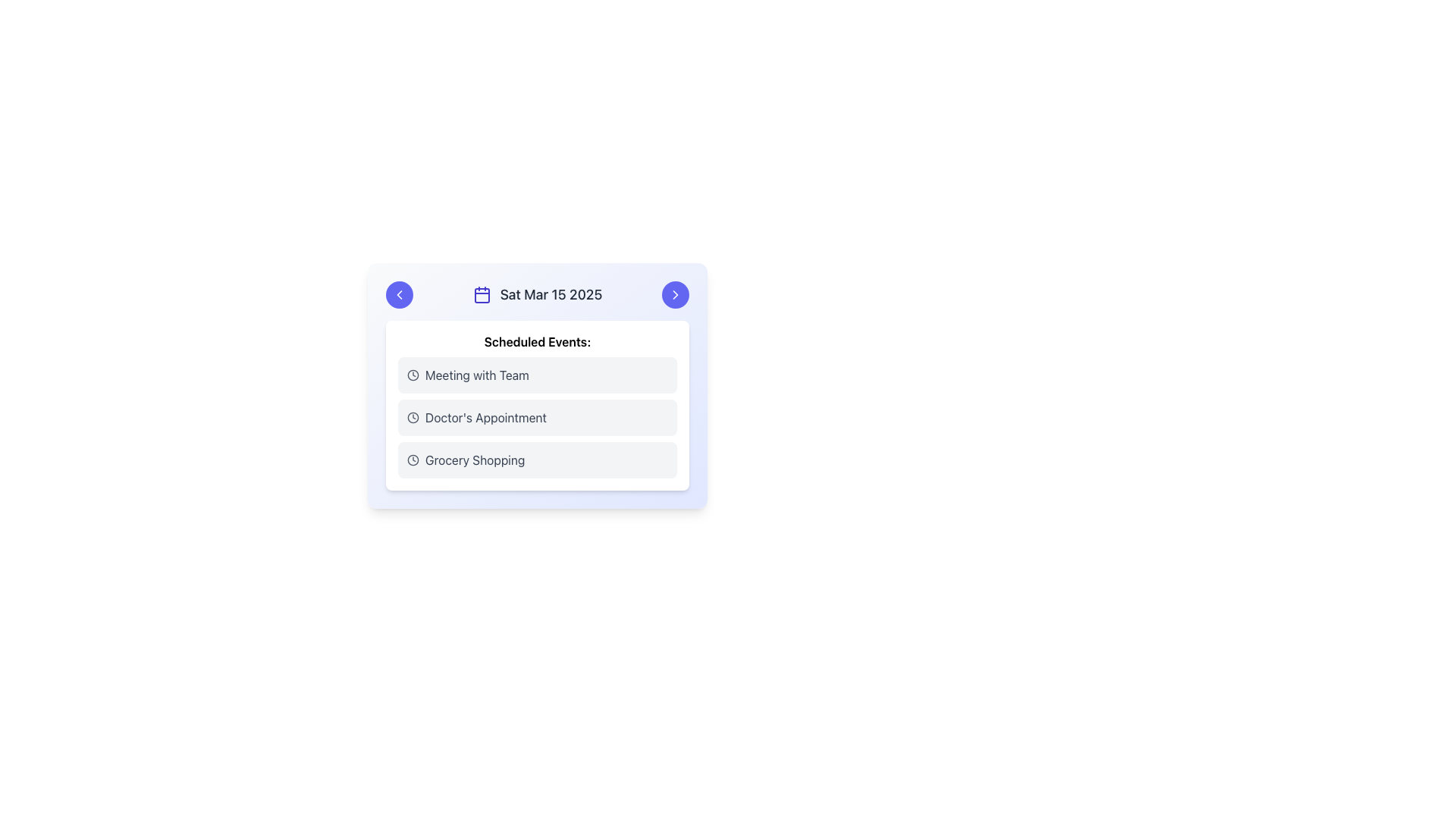  What do you see at coordinates (538, 459) in the screenshot?
I see `the event list item labeled 'Grocery Shopping', which is the third item in a vertical list of scheduled events` at bounding box center [538, 459].